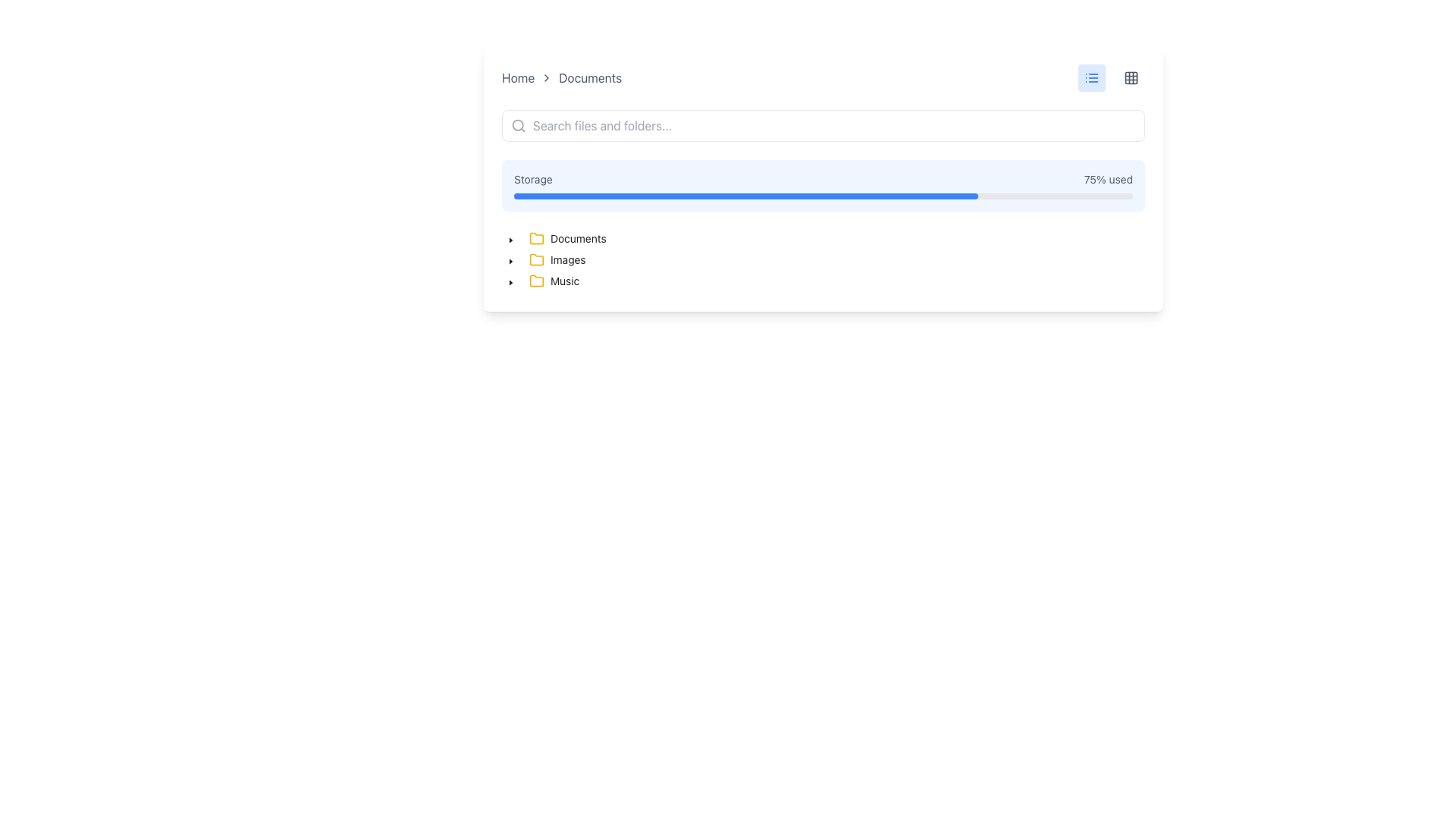 The height and width of the screenshot is (819, 1456). I want to click on the caret down icon, so click(510, 239).